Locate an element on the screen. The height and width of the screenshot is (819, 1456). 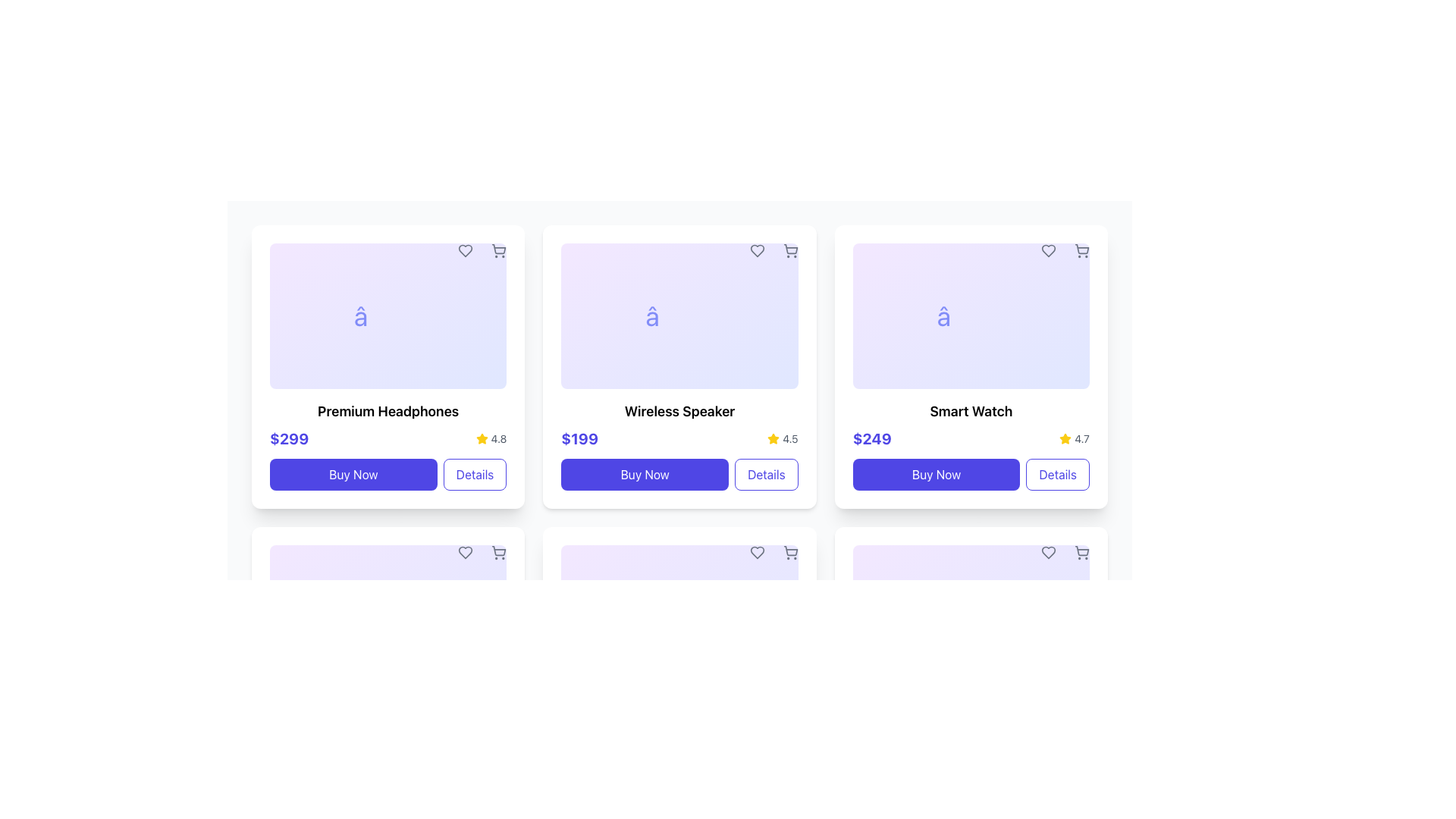
the favorite or like button associated with the 'Premium Headphones' product, located in the top-right corner of the bottom-left product card is located at coordinates (465, 553).